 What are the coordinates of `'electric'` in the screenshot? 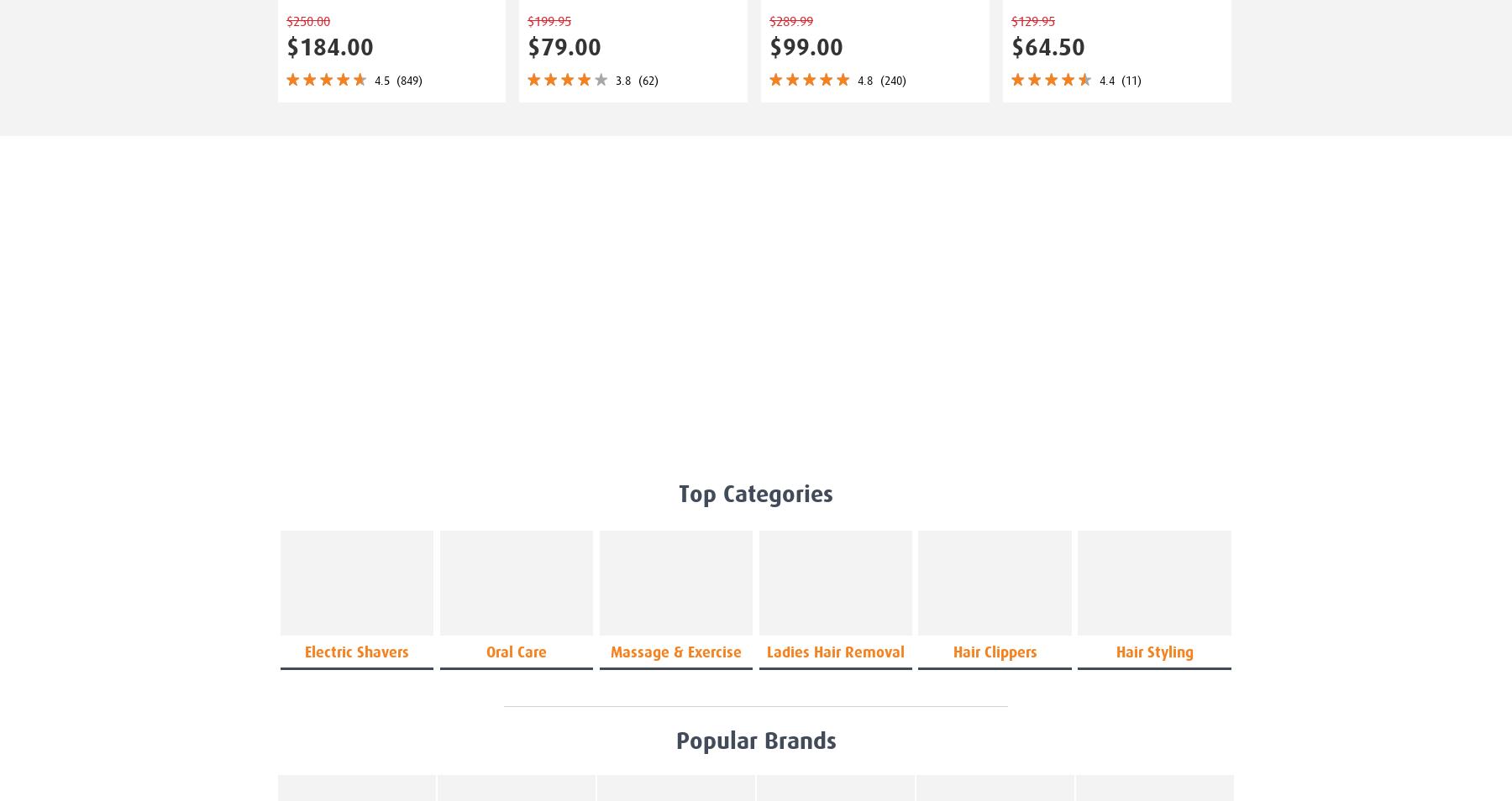 It's located at (328, 652).